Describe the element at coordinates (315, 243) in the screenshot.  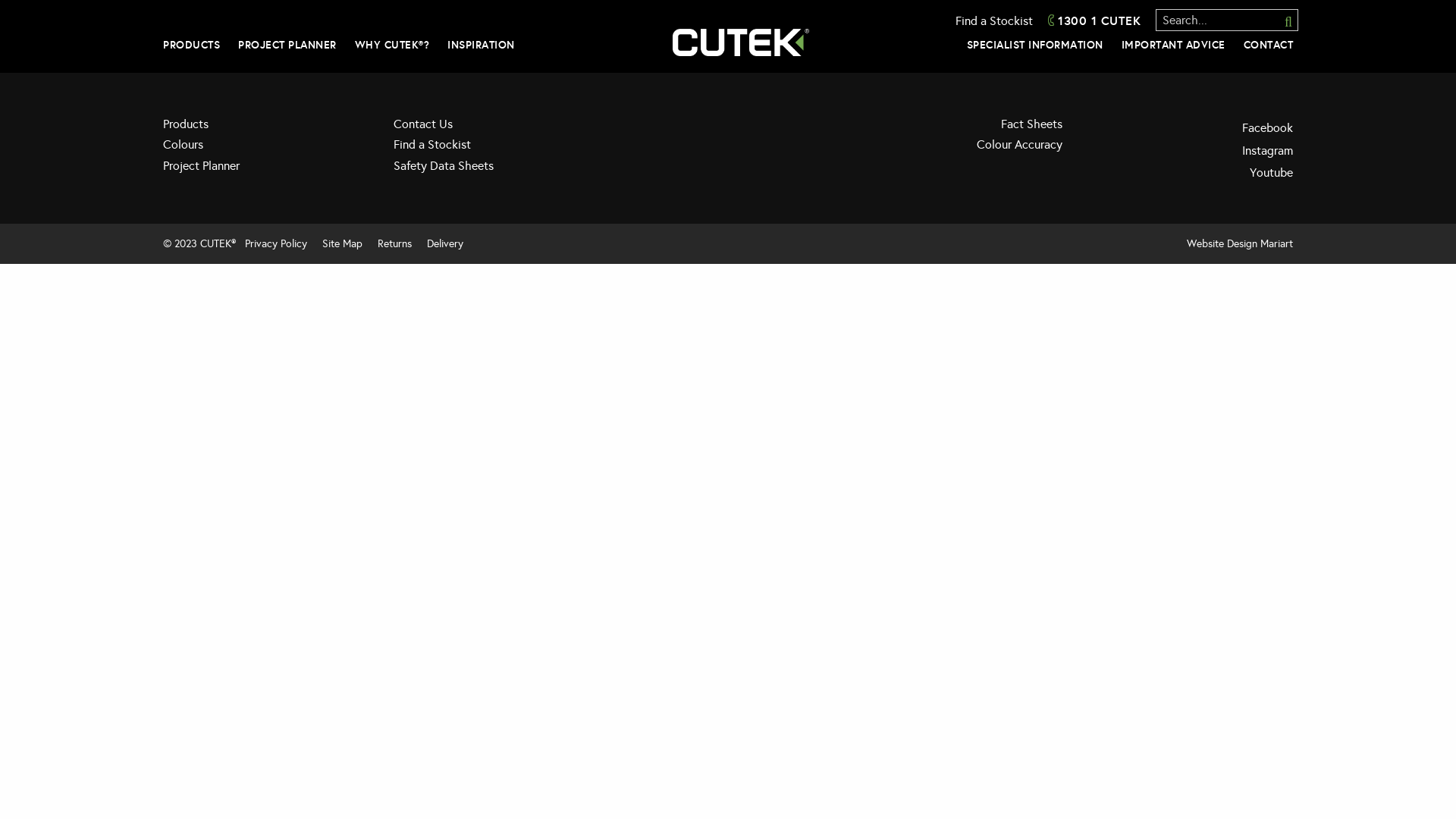
I see `'Site Map'` at that location.